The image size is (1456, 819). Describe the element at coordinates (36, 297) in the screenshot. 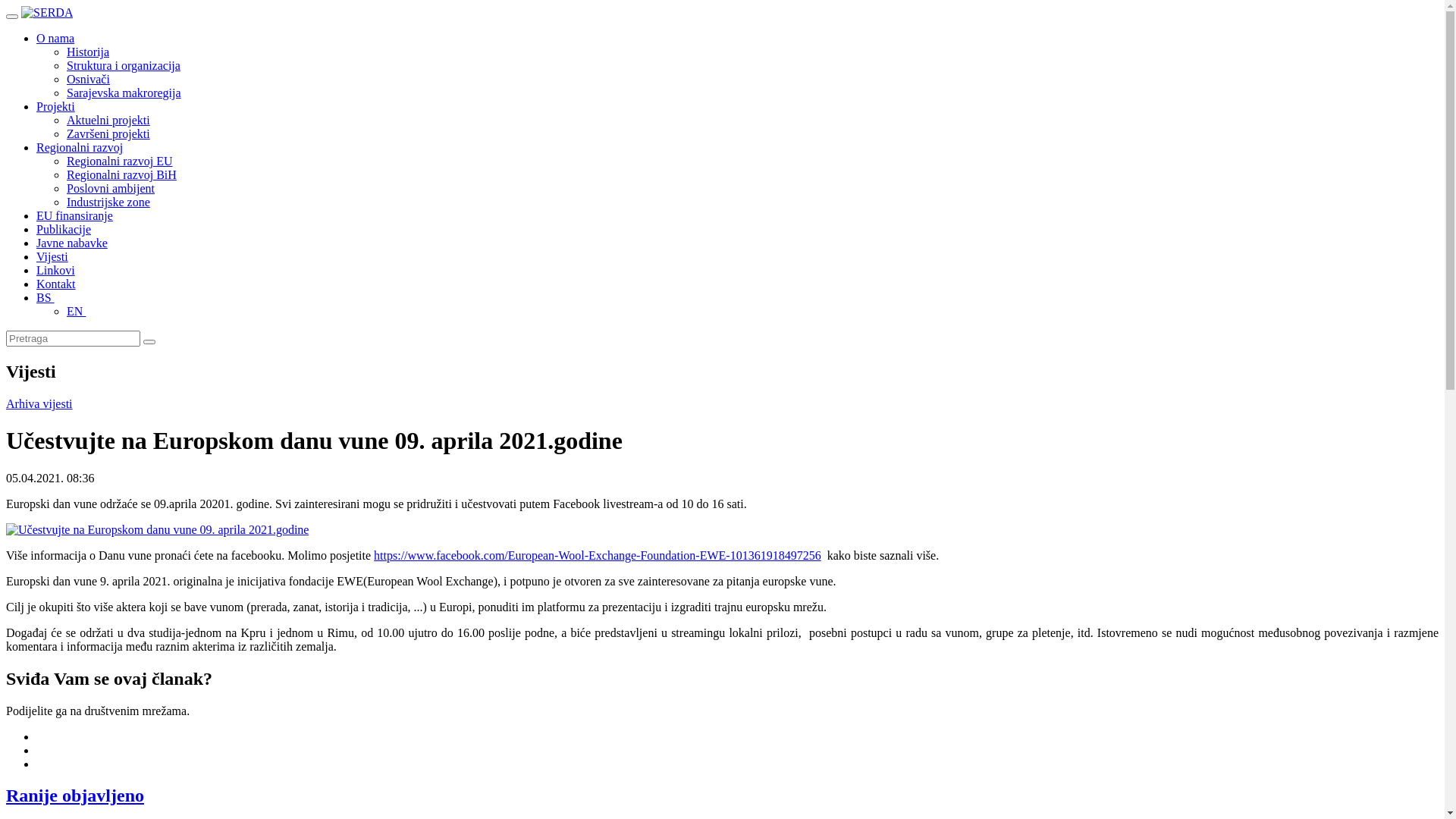

I see `'BS'` at that location.